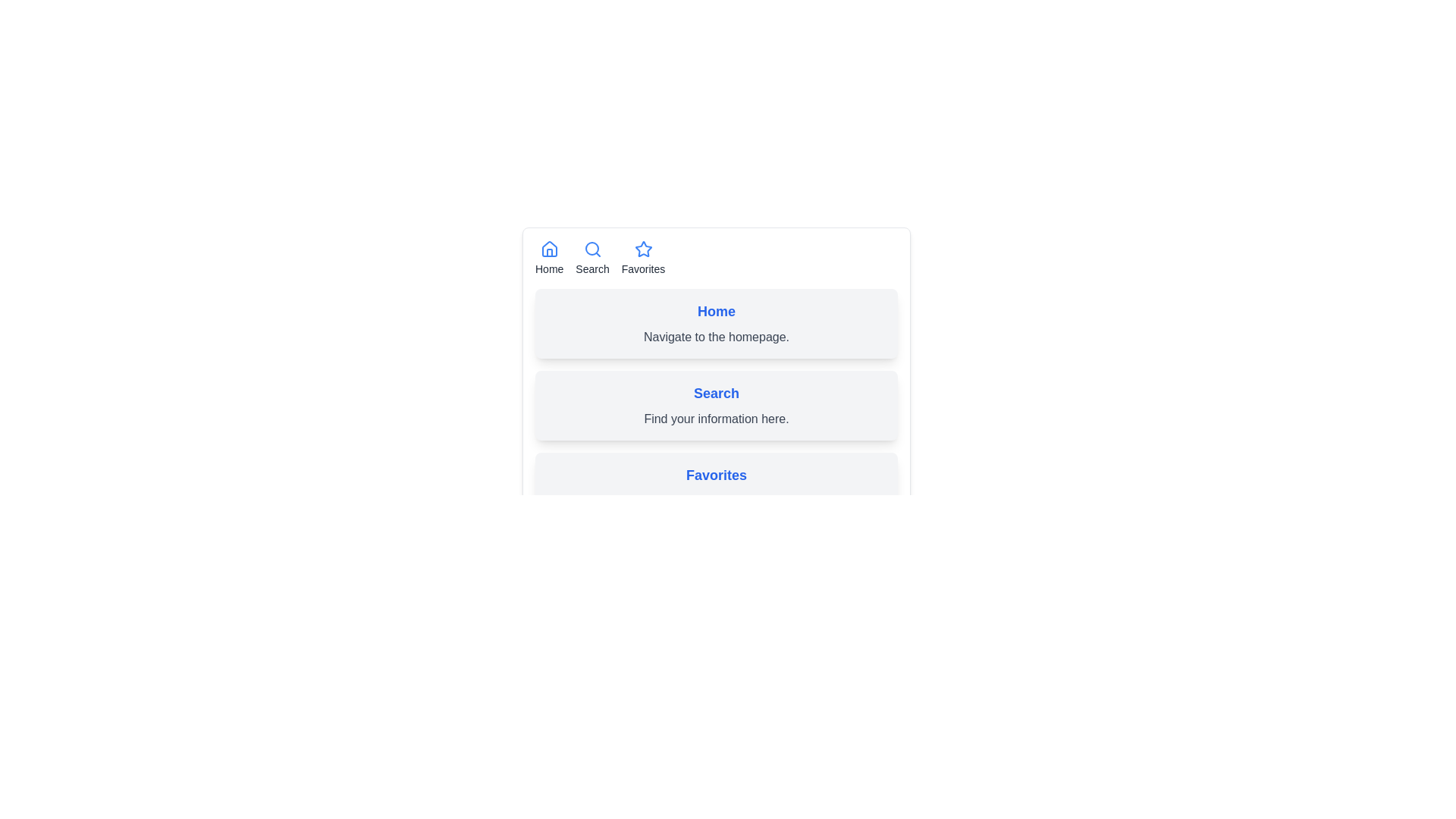 This screenshot has height=819, width=1456. What do you see at coordinates (716, 352) in the screenshot?
I see `the navigation card that redirects to the site's homepage, located at the top of the vertically stacked group of three cards` at bounding box center [716, 352].